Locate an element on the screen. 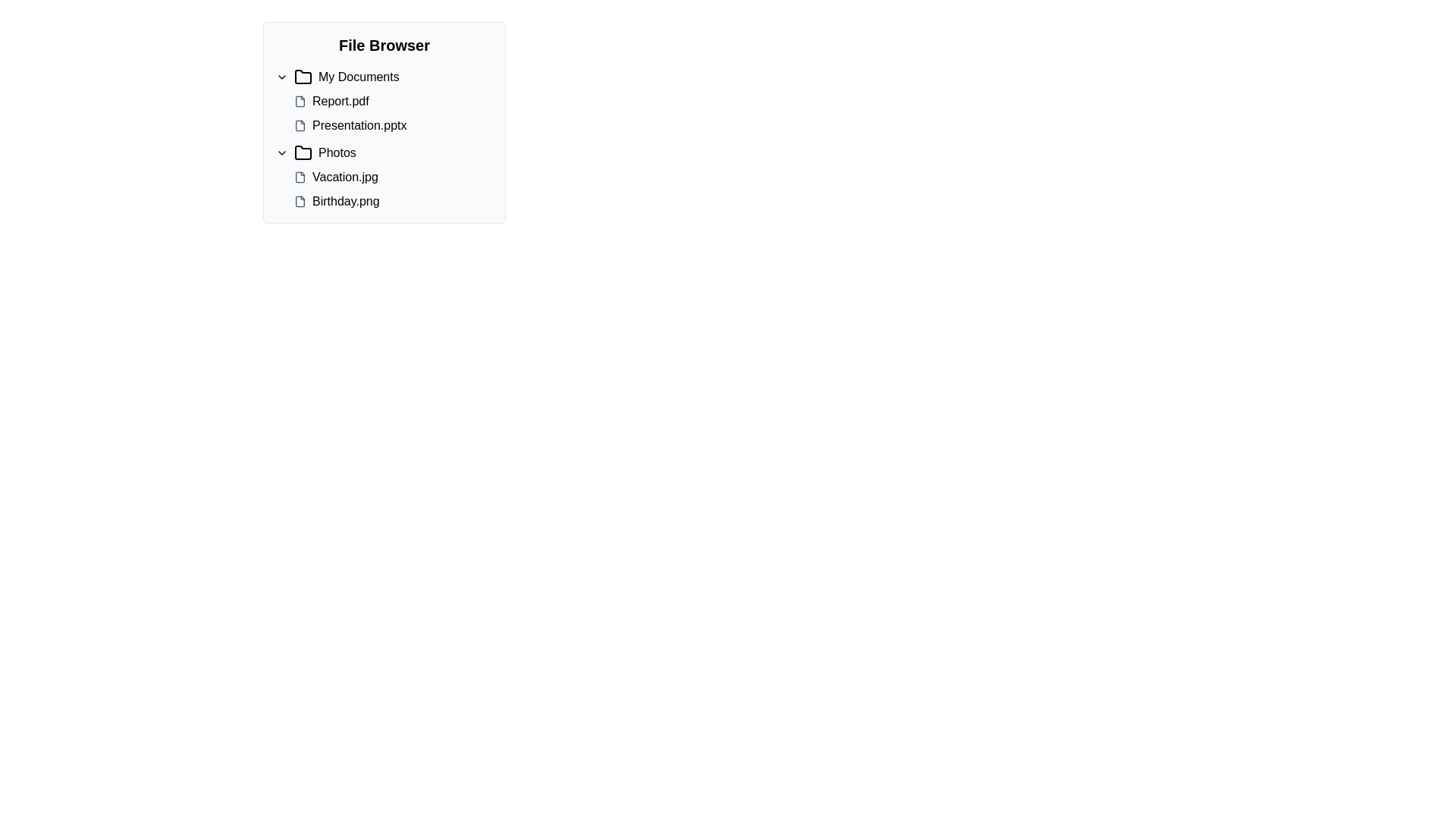 The width and height of the screenshot is (1456, 819). the file entry for 'Presentation.pptx' in the file browser is located at coordinates (393, 124).